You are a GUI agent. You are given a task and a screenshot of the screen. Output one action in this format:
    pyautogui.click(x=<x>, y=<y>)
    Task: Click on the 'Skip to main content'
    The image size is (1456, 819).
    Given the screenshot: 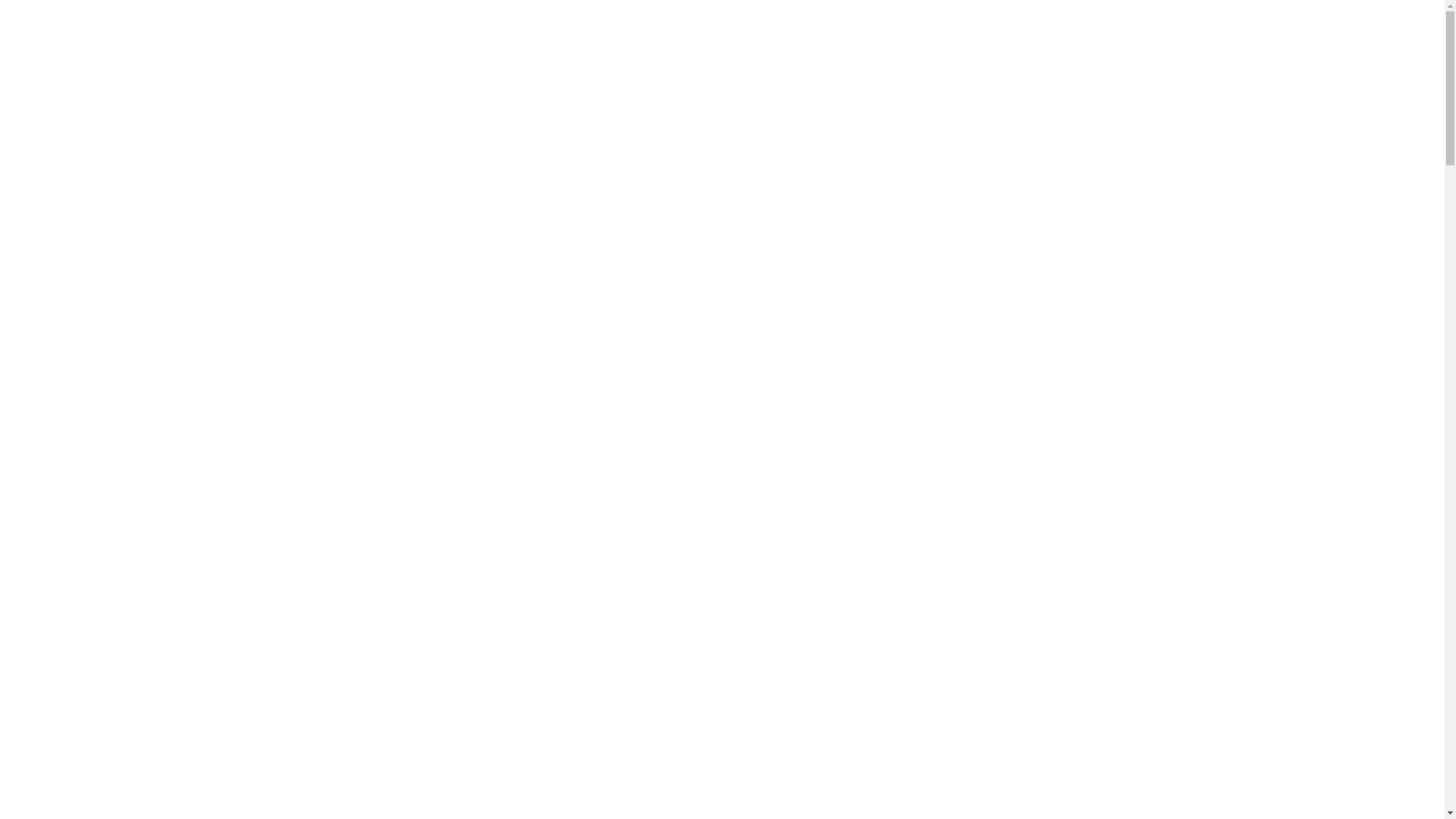 What is the action you would take?
    pyautogui.click(x=5, y=5)
    